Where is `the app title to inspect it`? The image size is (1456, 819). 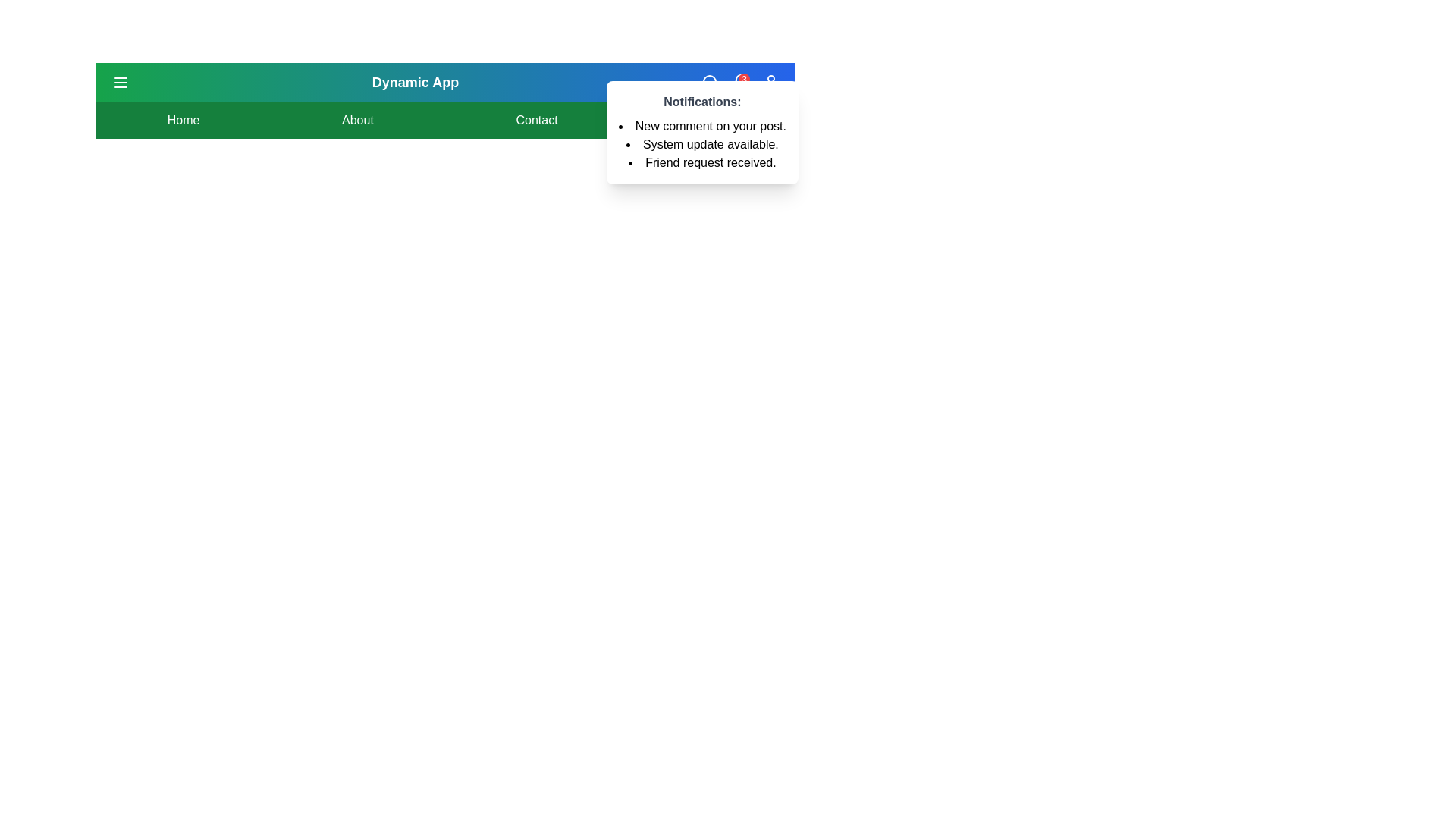
the app title to inspect it is located at coordinates (415, 82).